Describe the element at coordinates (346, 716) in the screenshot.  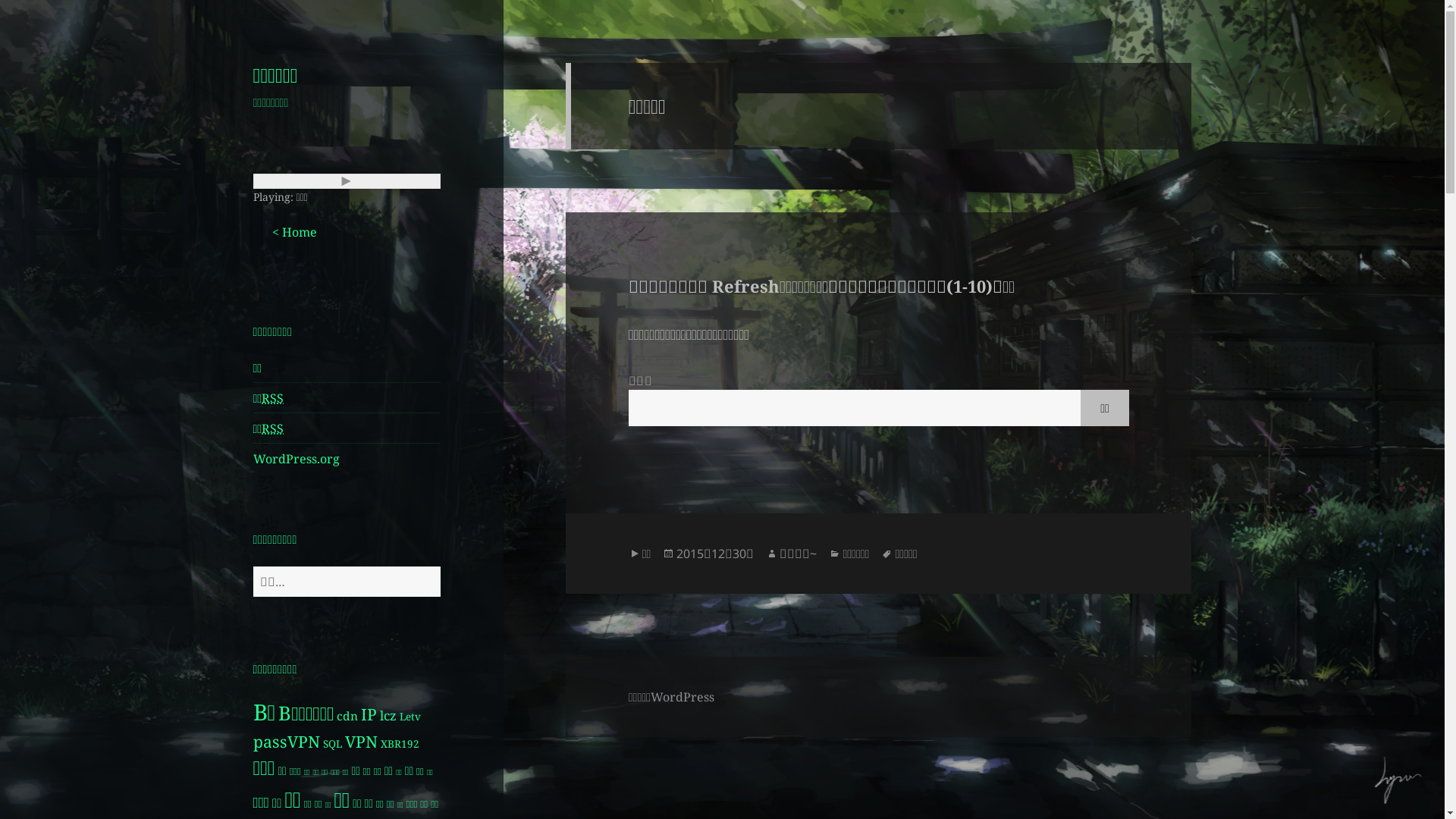
I see `'cdn'` at that location.